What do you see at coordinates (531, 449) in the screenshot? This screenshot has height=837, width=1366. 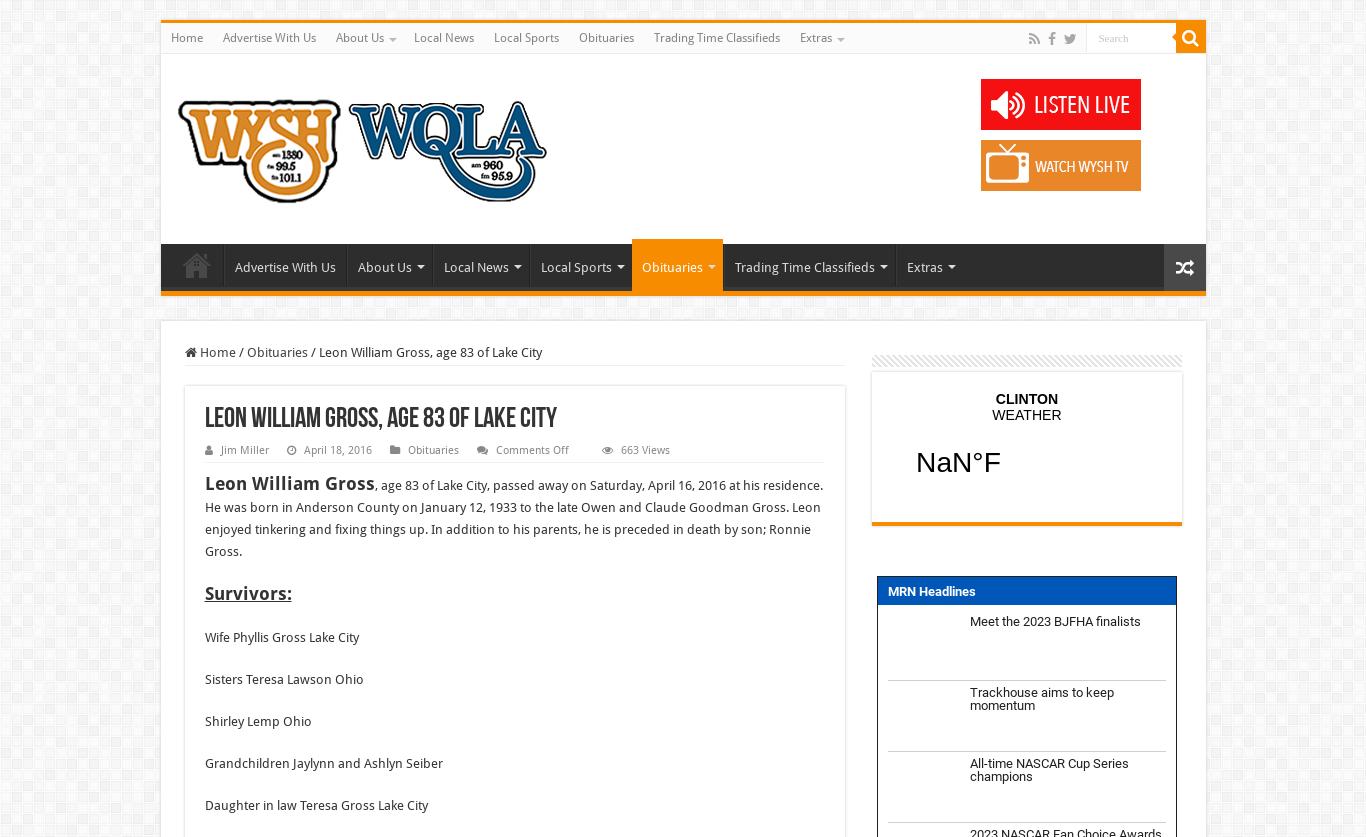 I see `'Comments Off'` at bounding box center [531, 449].